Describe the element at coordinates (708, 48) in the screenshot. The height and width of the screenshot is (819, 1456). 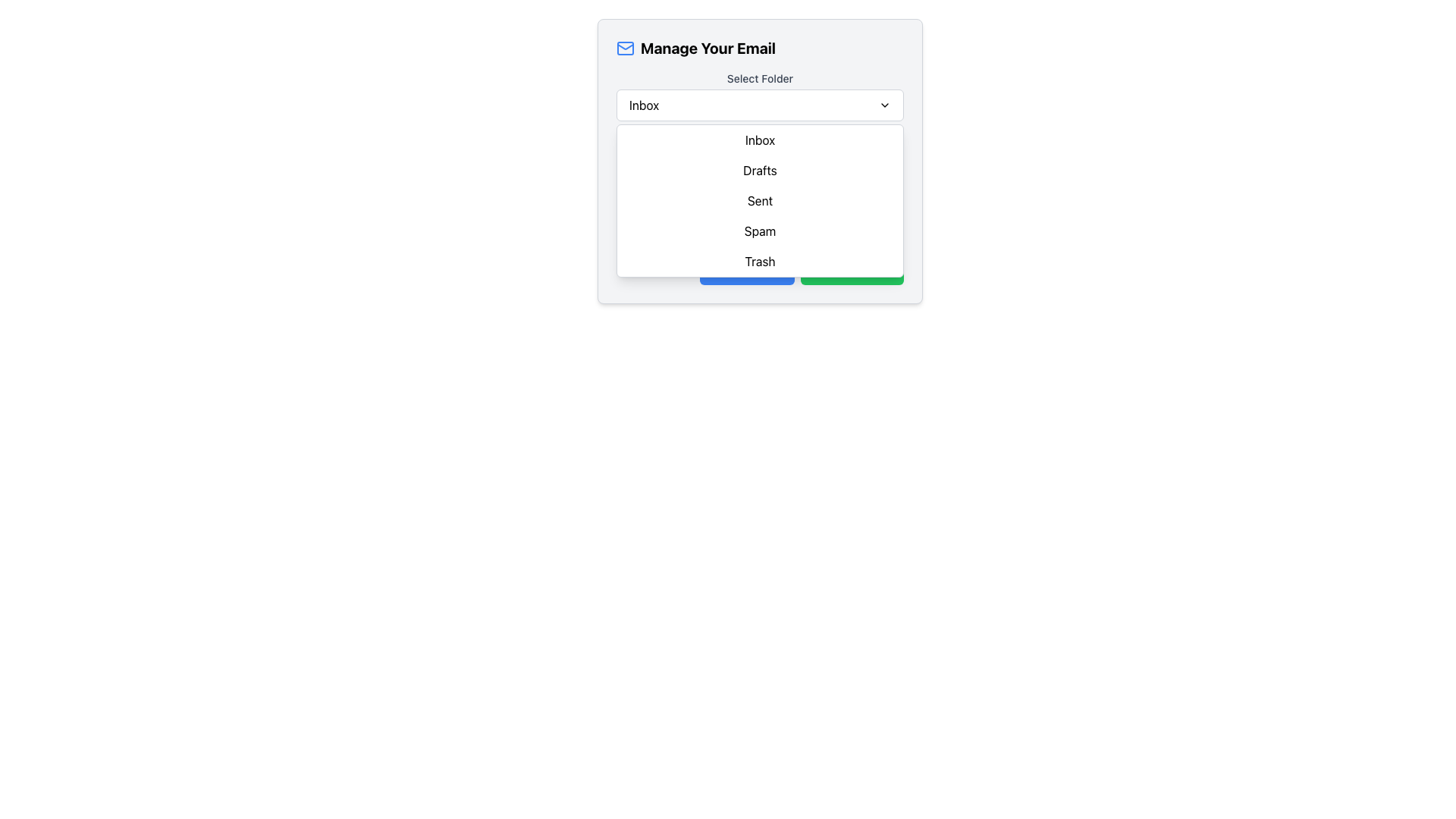
I see `text from the header label indicating the purpose of the interface, which is managing email-related tasks, located at the top-center of the UI` at that location.